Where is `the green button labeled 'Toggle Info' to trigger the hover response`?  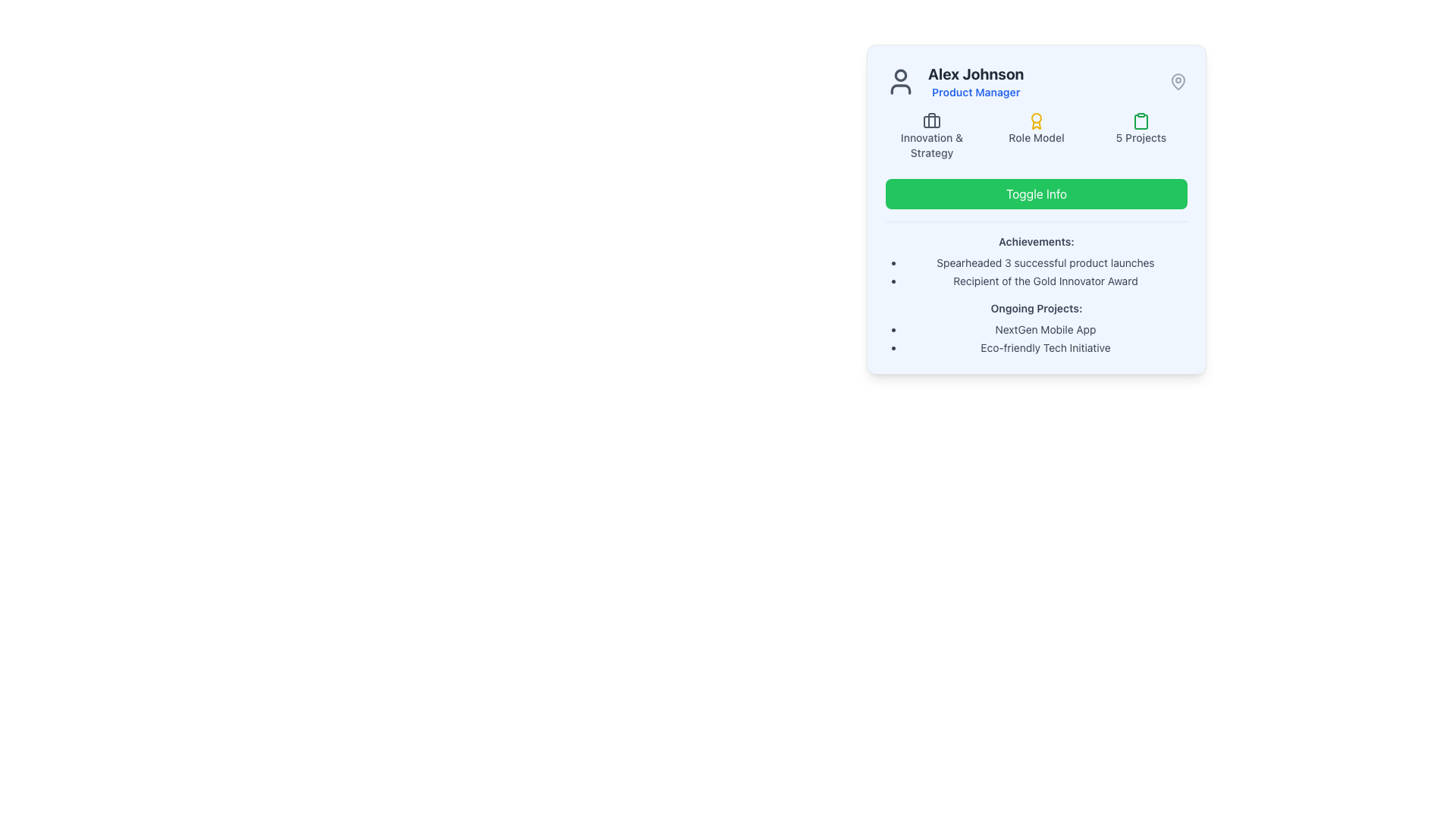 the green button labeled 'Toggle Info' to trigger the hover response is located at coordinates (1036, 193).